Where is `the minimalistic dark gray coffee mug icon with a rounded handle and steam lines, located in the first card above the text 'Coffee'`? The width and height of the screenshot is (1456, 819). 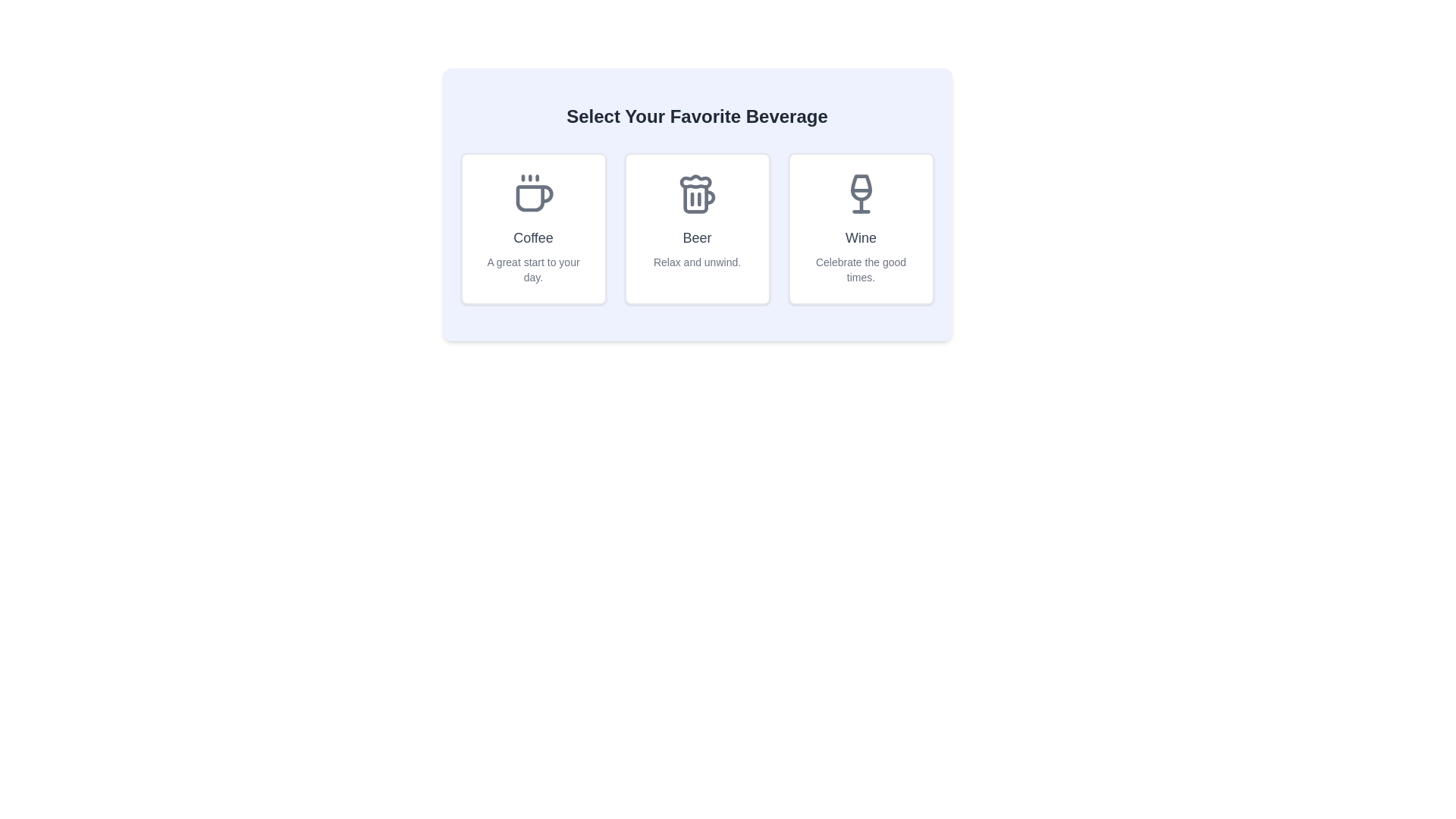 the minimalistic dark gray coffee mug icon with a rounded handle and steam lines, located in the first card above the text 'Coffee' is located at coordinates (533, 193).